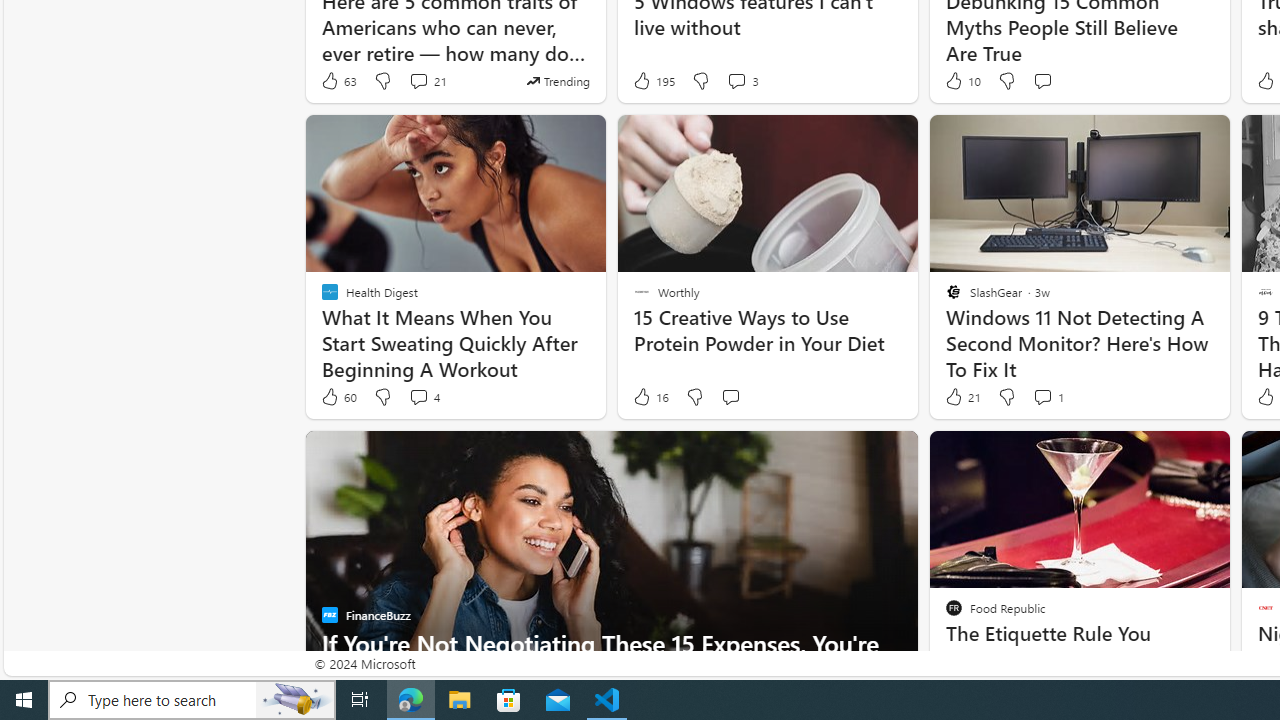 The image size is (1280, 720). I want to click on 'View comments 4 Comment', so click(417, 397).